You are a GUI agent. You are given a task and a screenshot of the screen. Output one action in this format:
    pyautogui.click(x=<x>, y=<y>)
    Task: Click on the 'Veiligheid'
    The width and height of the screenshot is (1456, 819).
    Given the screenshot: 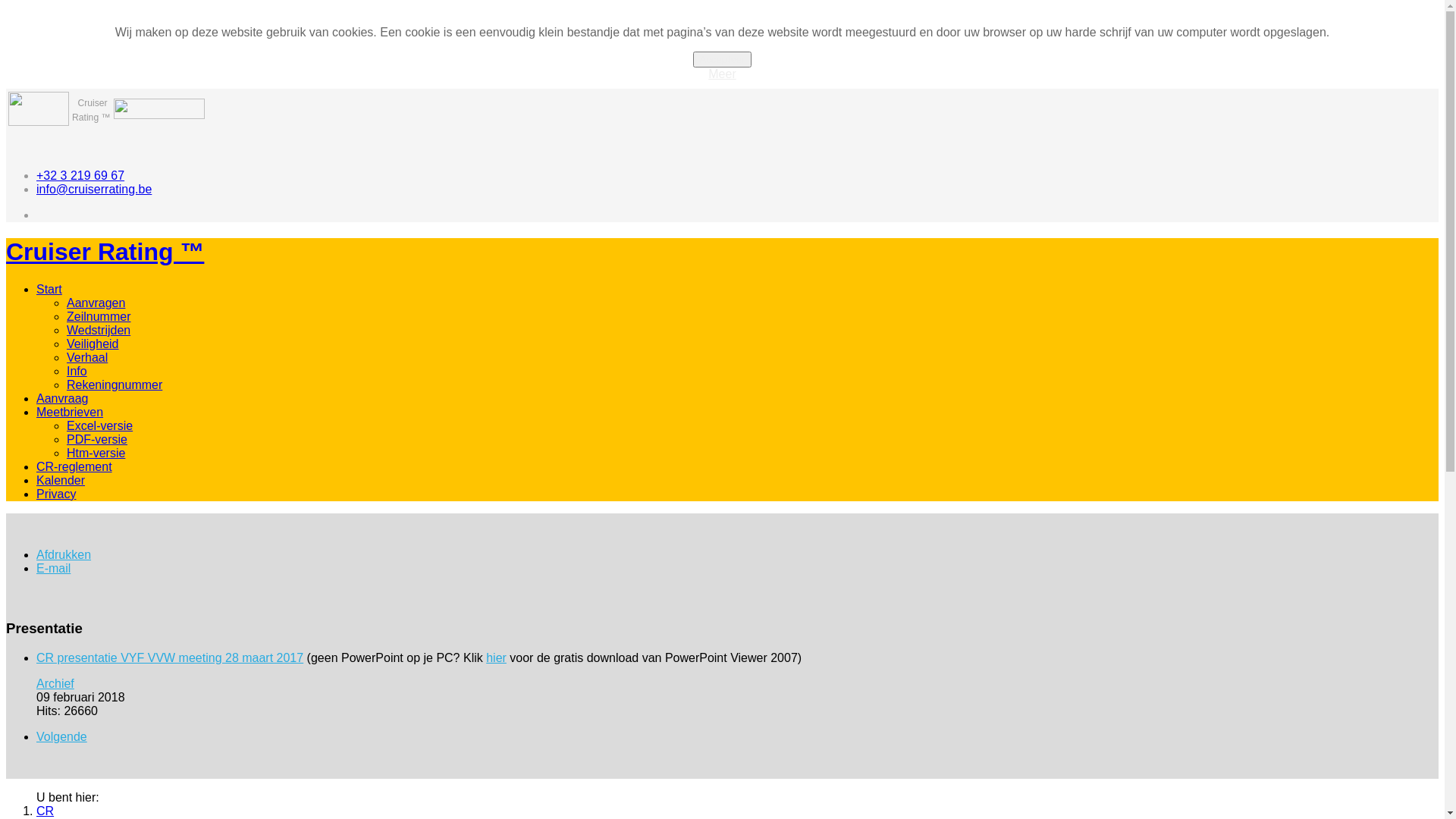 What is the action you would take?
    pyautogui.click(x=92, y=344)
    